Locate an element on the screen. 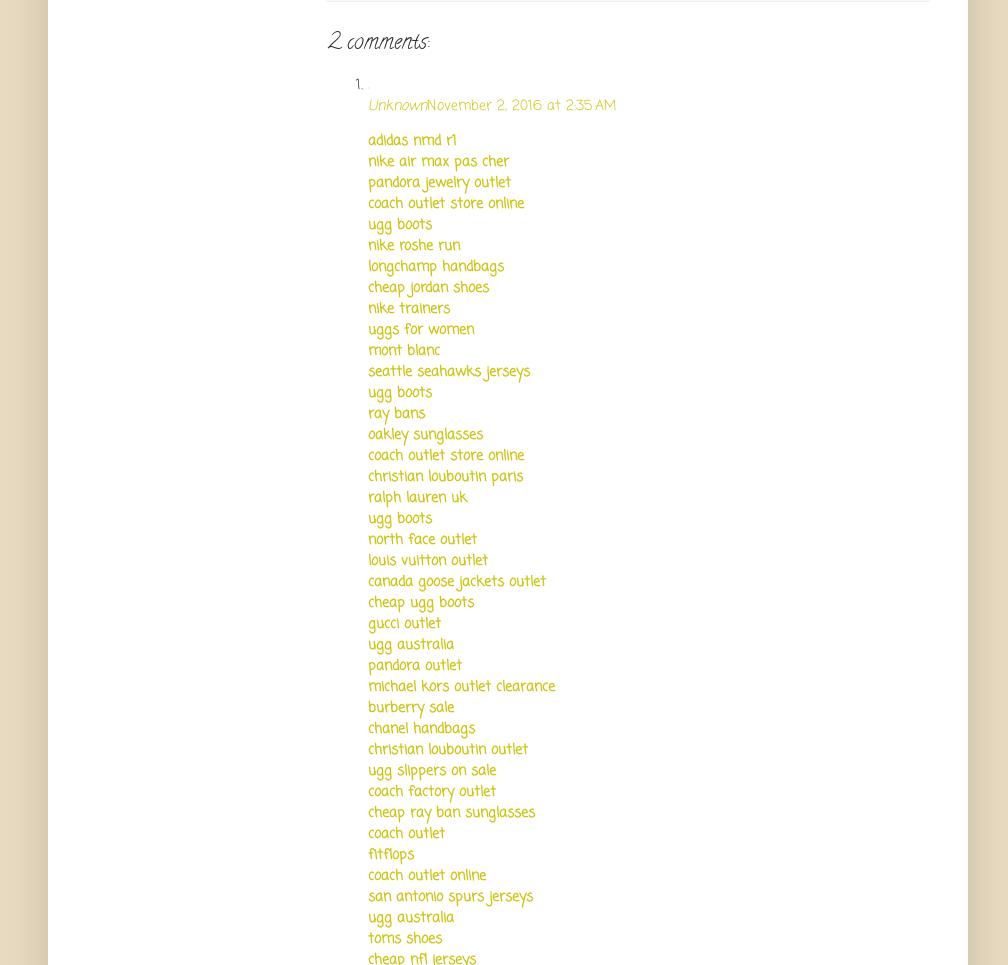 Image resolution: width=1008 pixels, height=965 pixels. '2 comments:' is located at coordinates (378, 43).